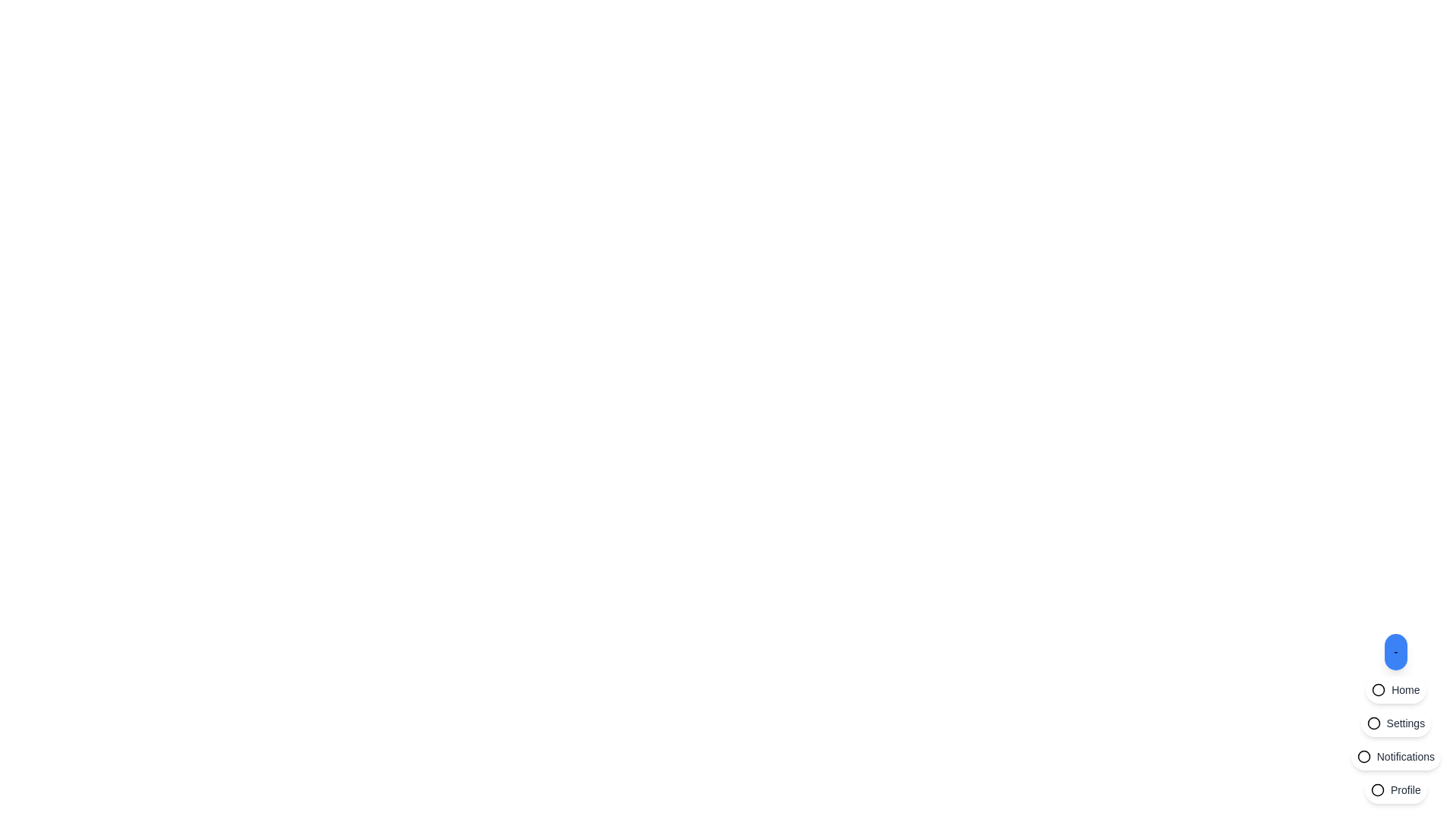 The width and height of the screenshot is (1456, 819). What do you see at coordinates (1395, 722) in the screenshot?
I see `the 'Settings' navigation button located at the bottom-right corner of the interface` at bounding box center [1395, 722].